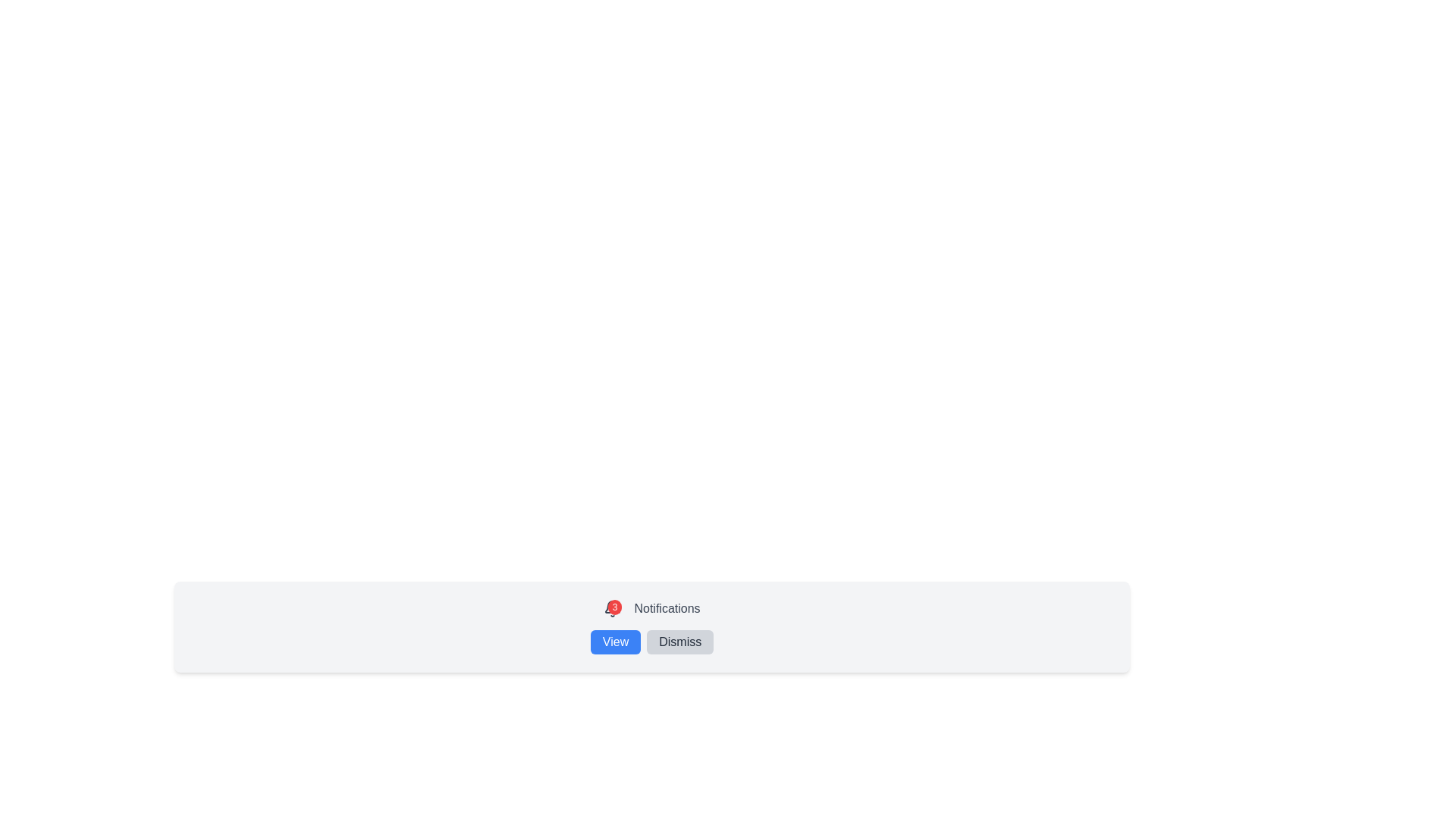 Image resolution: width=1456 pixels, height=819 pixels. I want to click on the 'Dismiss' button, which is a rectangular button with a light gray background and a rounded border, located to the right of the 'View' button in the lower section of the UI, so click(679, 642).